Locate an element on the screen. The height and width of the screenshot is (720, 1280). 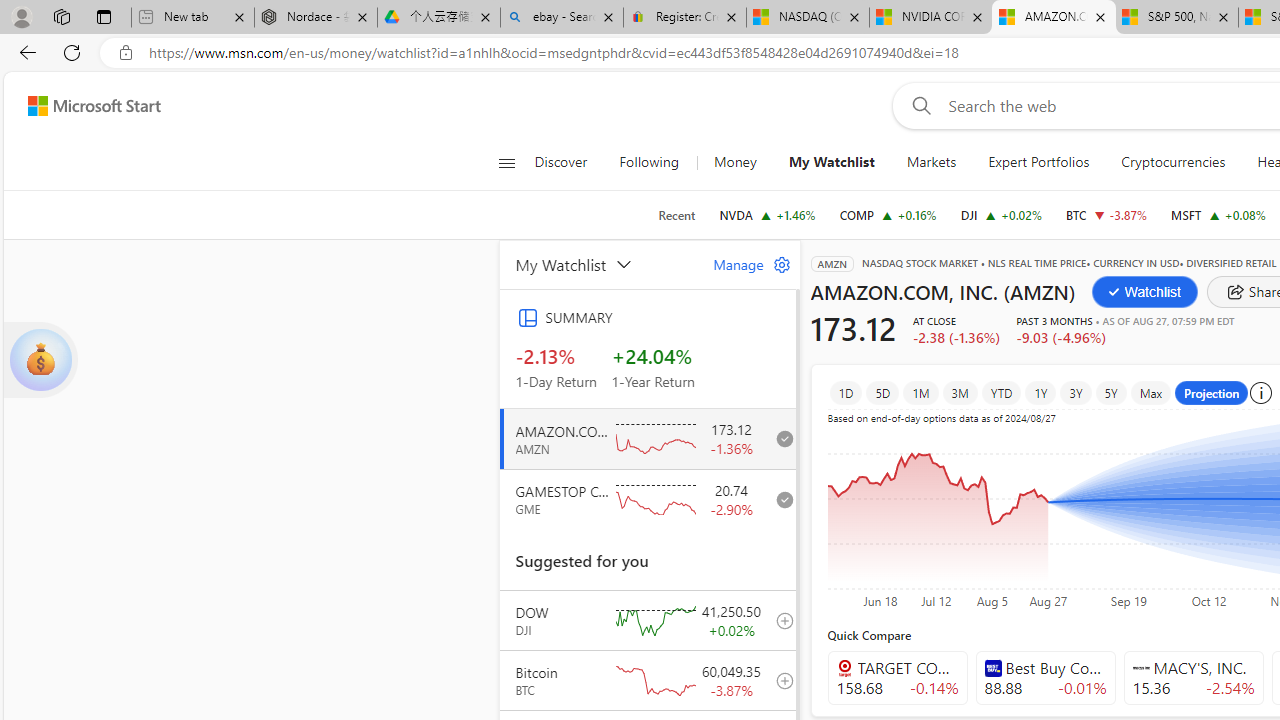
'Microsoft Start' is located at coordinates (93, 105).